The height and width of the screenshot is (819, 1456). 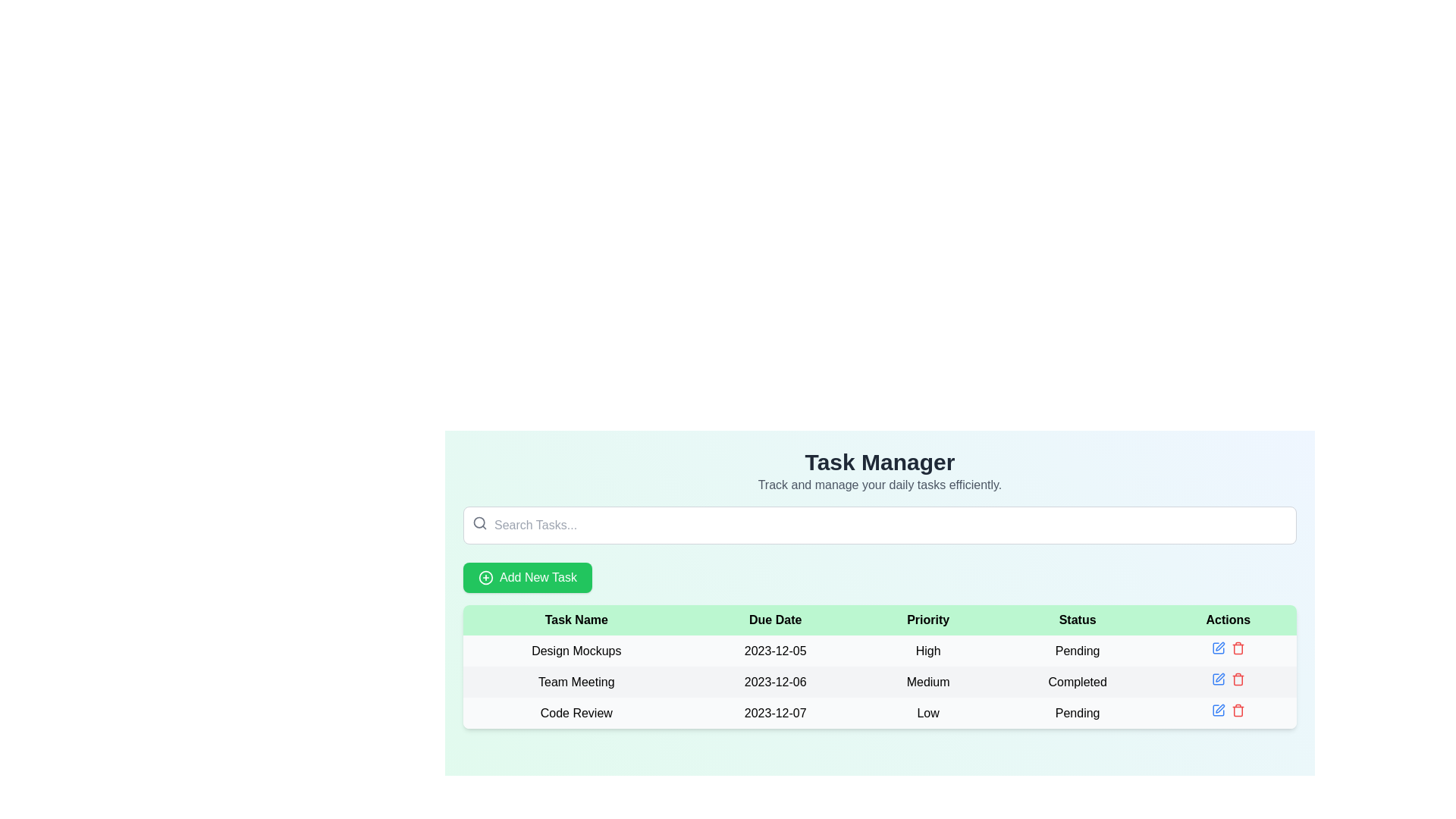 What do you see at coordinates (880, 650) in the screenshot?
I see `the table row containing the task 'Design Mockups'` at bounding box center [880, 650].